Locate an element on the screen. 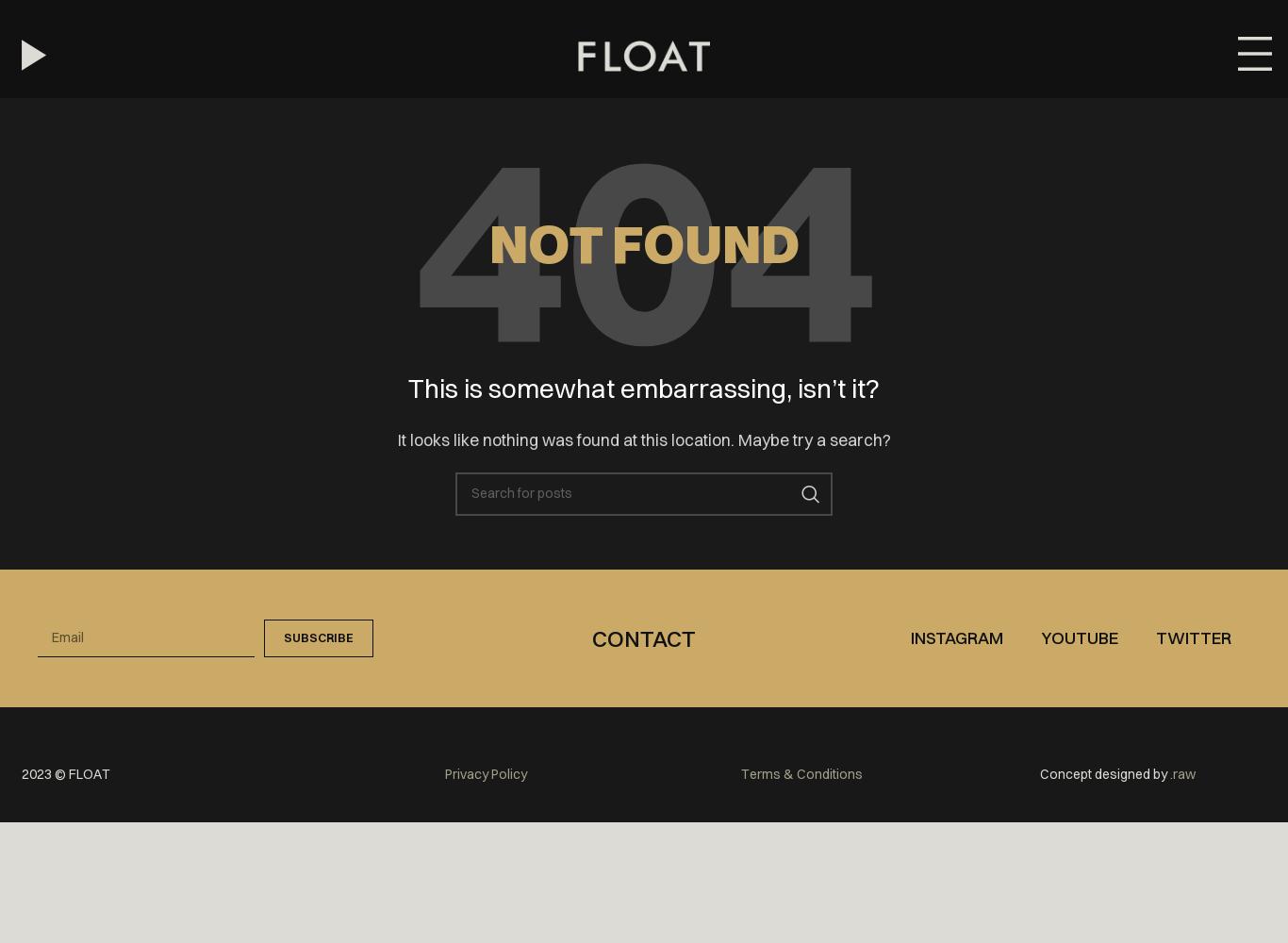 This screenshot has height=943, width=1288. 'Privacy Policy' is located at coordinates (486, 773).